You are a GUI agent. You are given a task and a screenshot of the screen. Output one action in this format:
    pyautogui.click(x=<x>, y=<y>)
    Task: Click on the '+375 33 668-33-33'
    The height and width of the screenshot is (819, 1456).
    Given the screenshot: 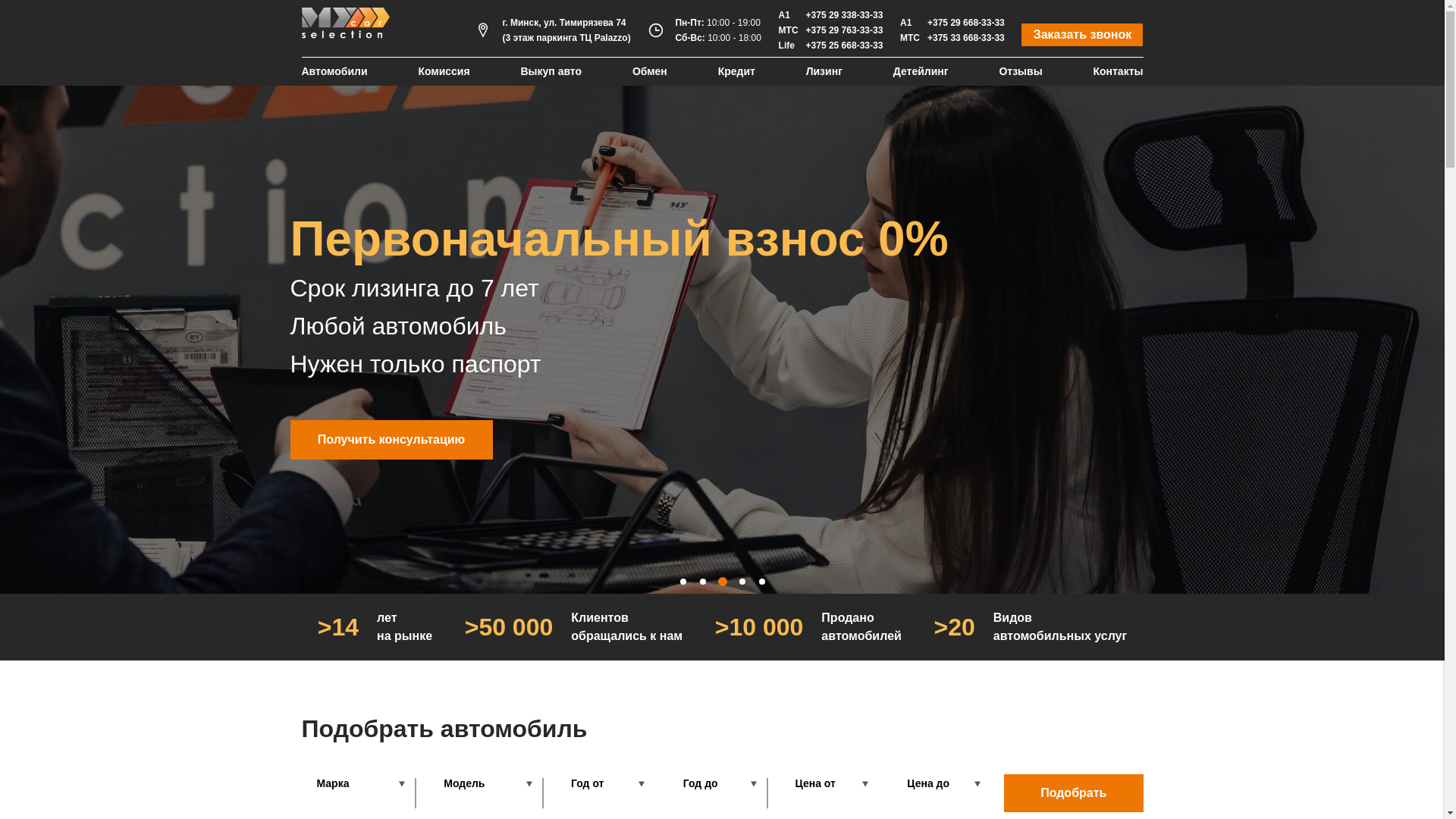 What is the action you would take?
    pyautogui.click(x=965, y=37)
    